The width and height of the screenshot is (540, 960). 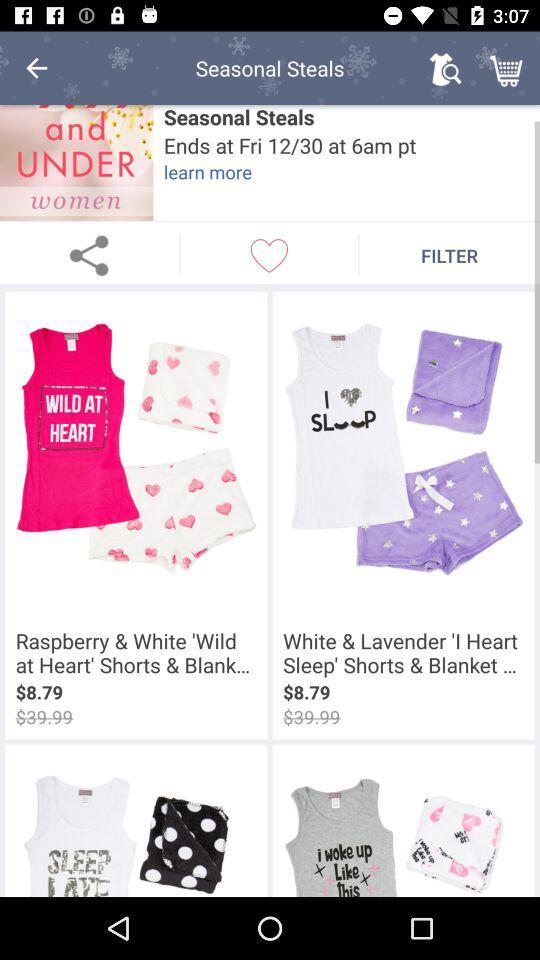 What do you see at coordinates (36, 68) in the screenshot?
I see `icon to the left of the seasonal steals item` at bounding box center [36, 68].